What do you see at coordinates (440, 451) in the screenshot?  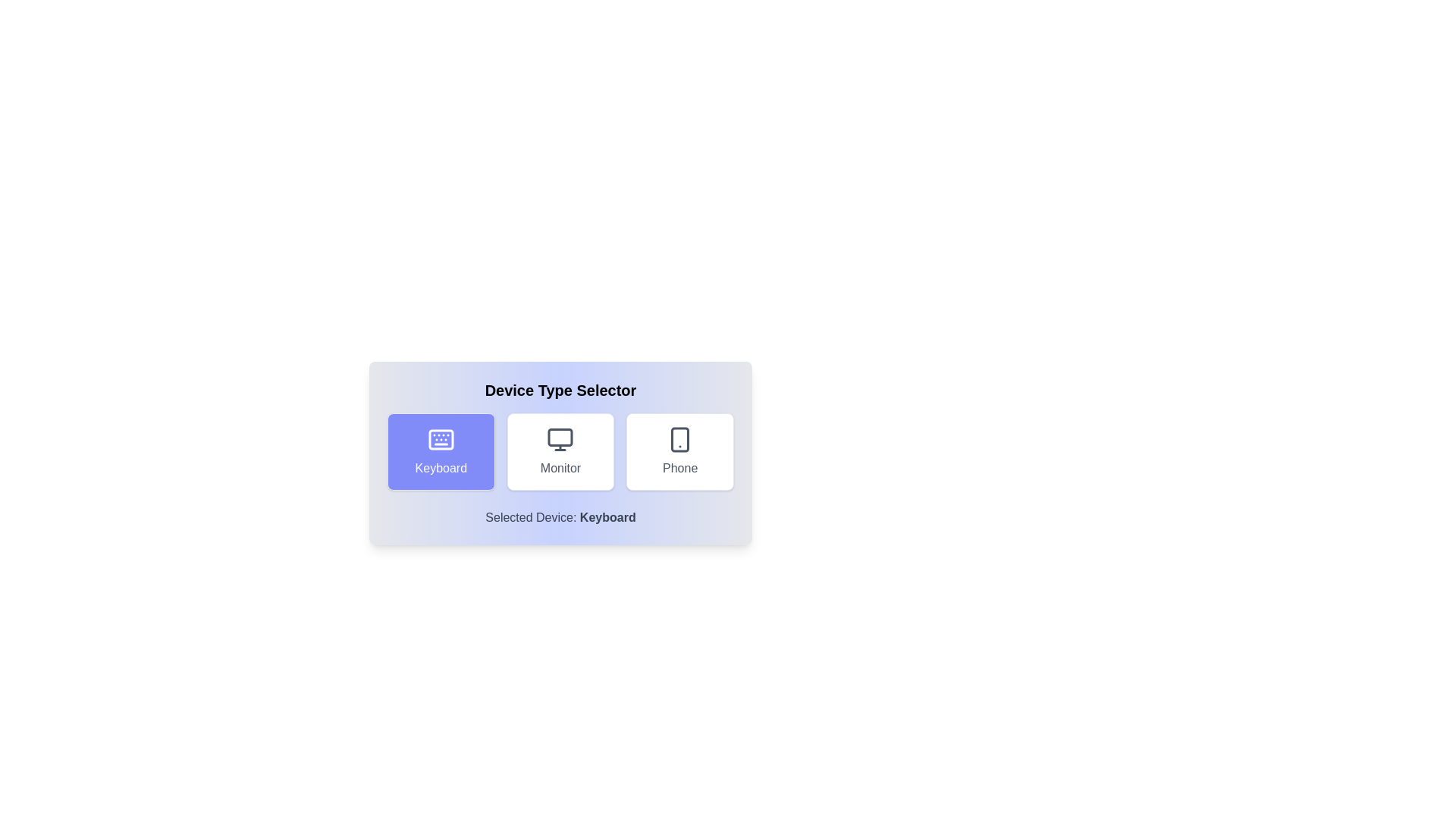 I see `the button corresponding to the selected device type Keyboard` at bounding box center [440, 451].